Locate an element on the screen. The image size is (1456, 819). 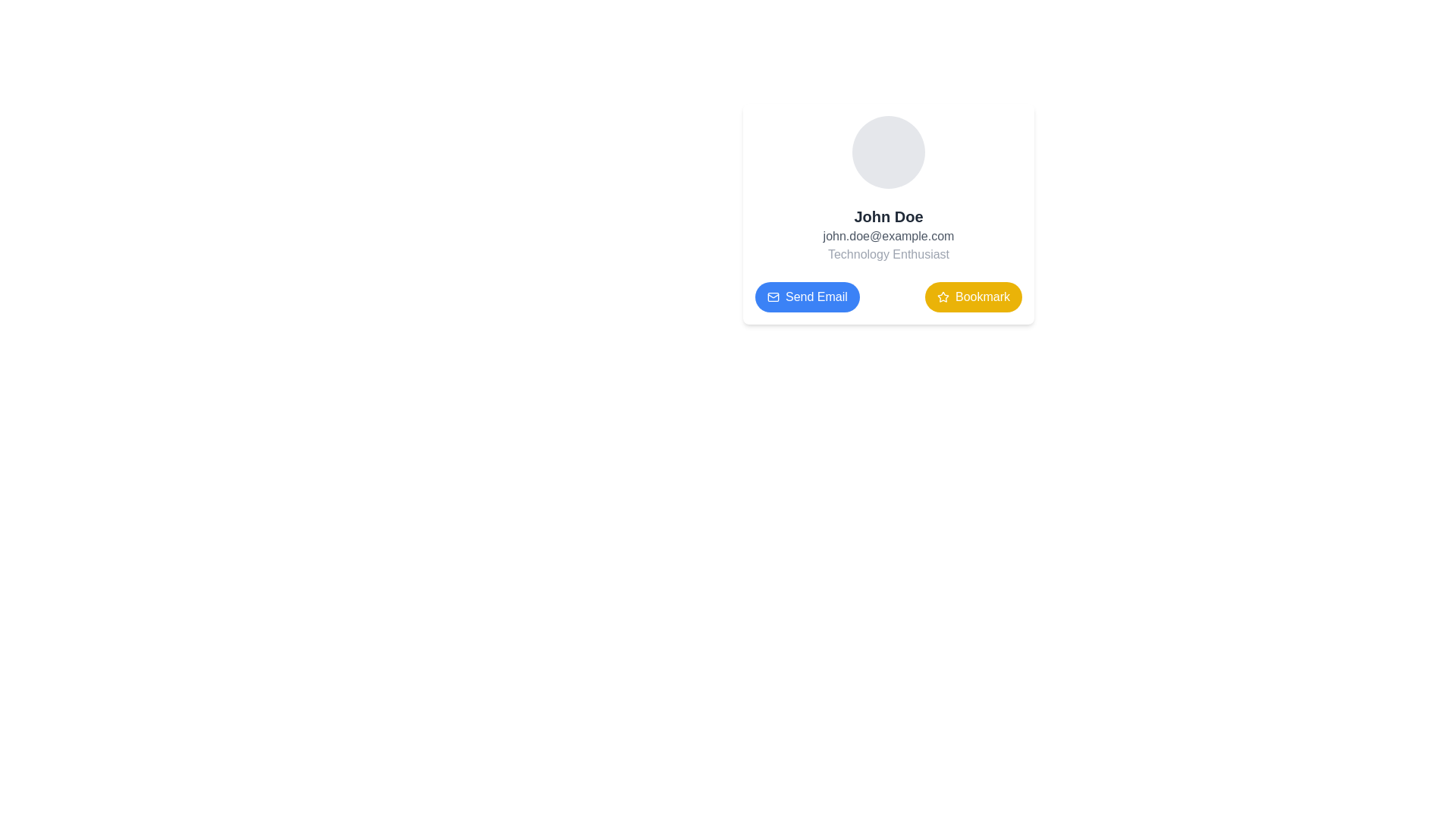
the bookmarking icon located to the left side of the 'Bookmark' button, which signifies saving or marking an item as a favorite is located at coordinates (942, 297).